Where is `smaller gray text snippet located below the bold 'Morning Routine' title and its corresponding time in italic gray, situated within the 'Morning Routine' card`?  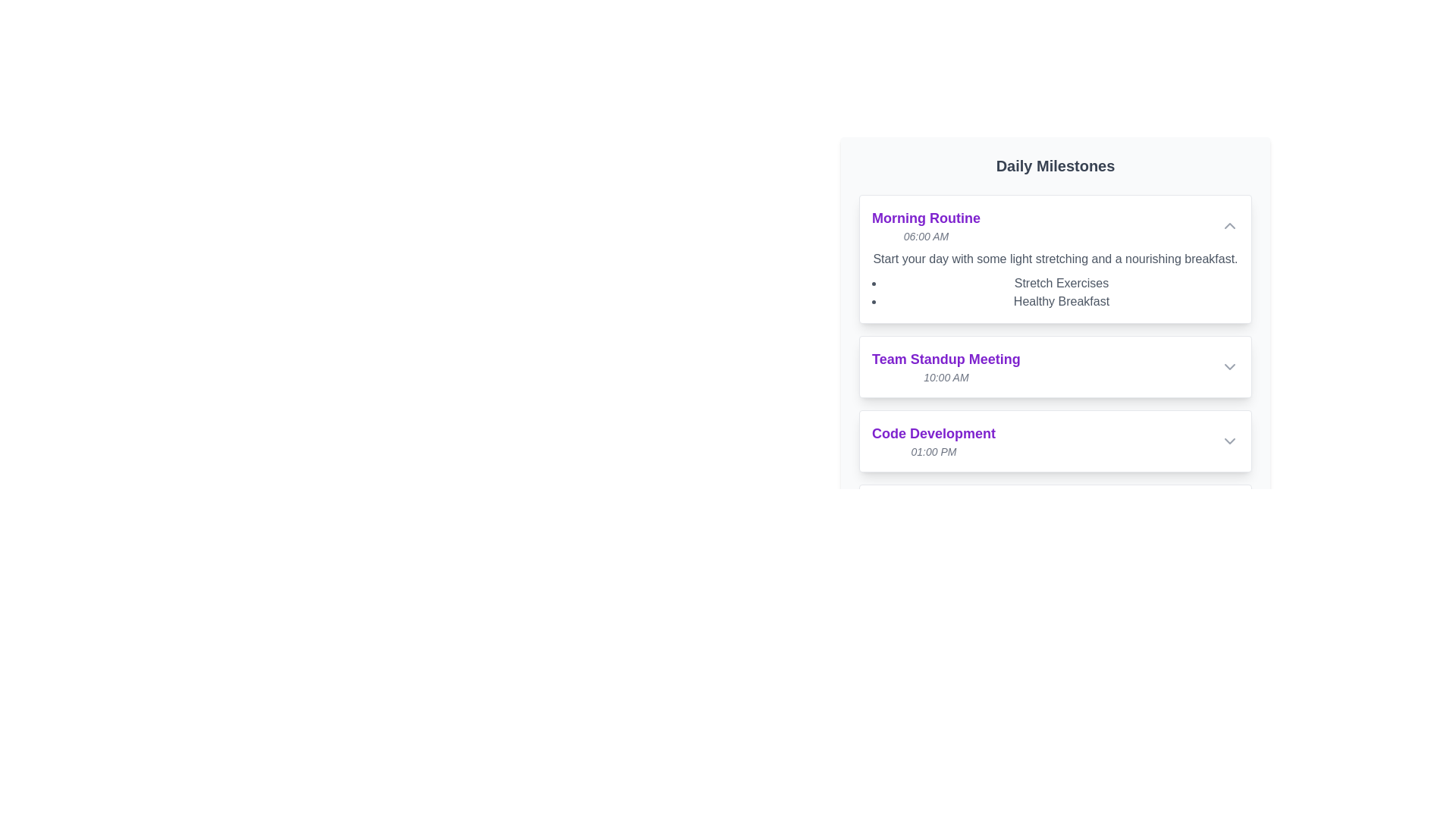 smaller gray text snippet located below the bold 'Morning Routine' title and its corresponding time in italic gray, situated within the 'Morning Routine' card is located at coordinates (1055, 259).